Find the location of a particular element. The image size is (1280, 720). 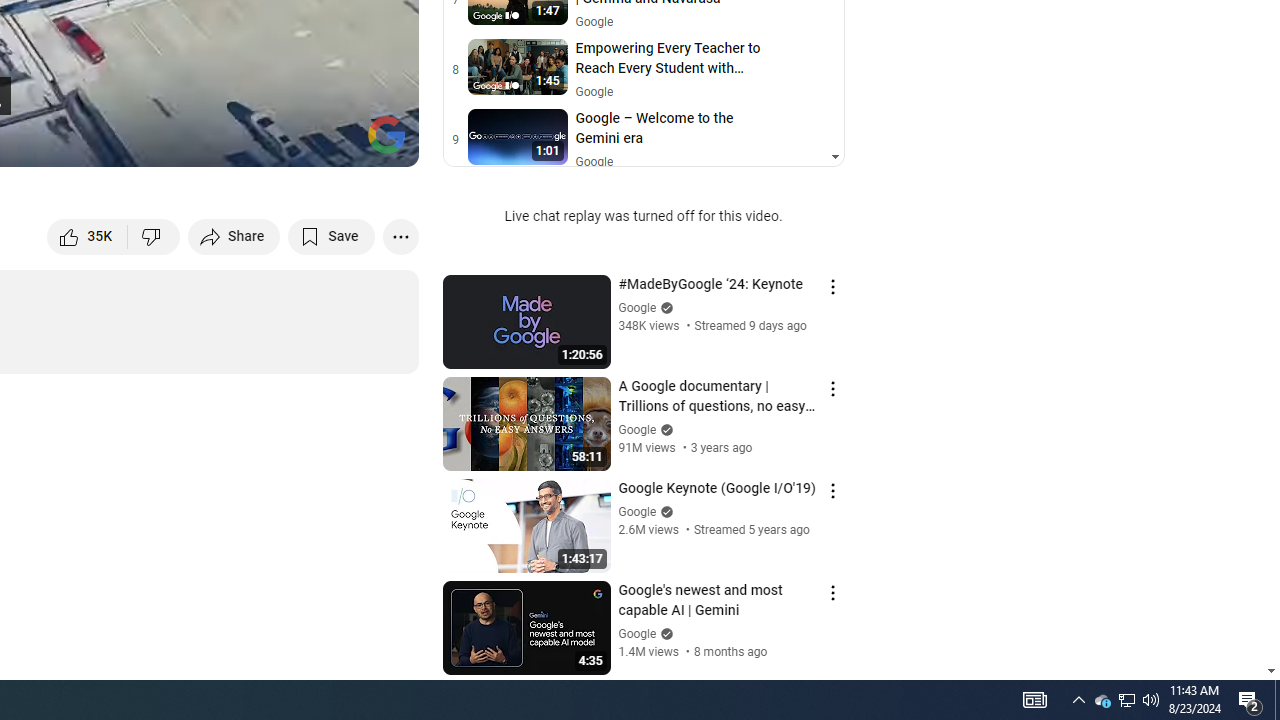

'Save to playlist' is located at coordinates (331, 235).